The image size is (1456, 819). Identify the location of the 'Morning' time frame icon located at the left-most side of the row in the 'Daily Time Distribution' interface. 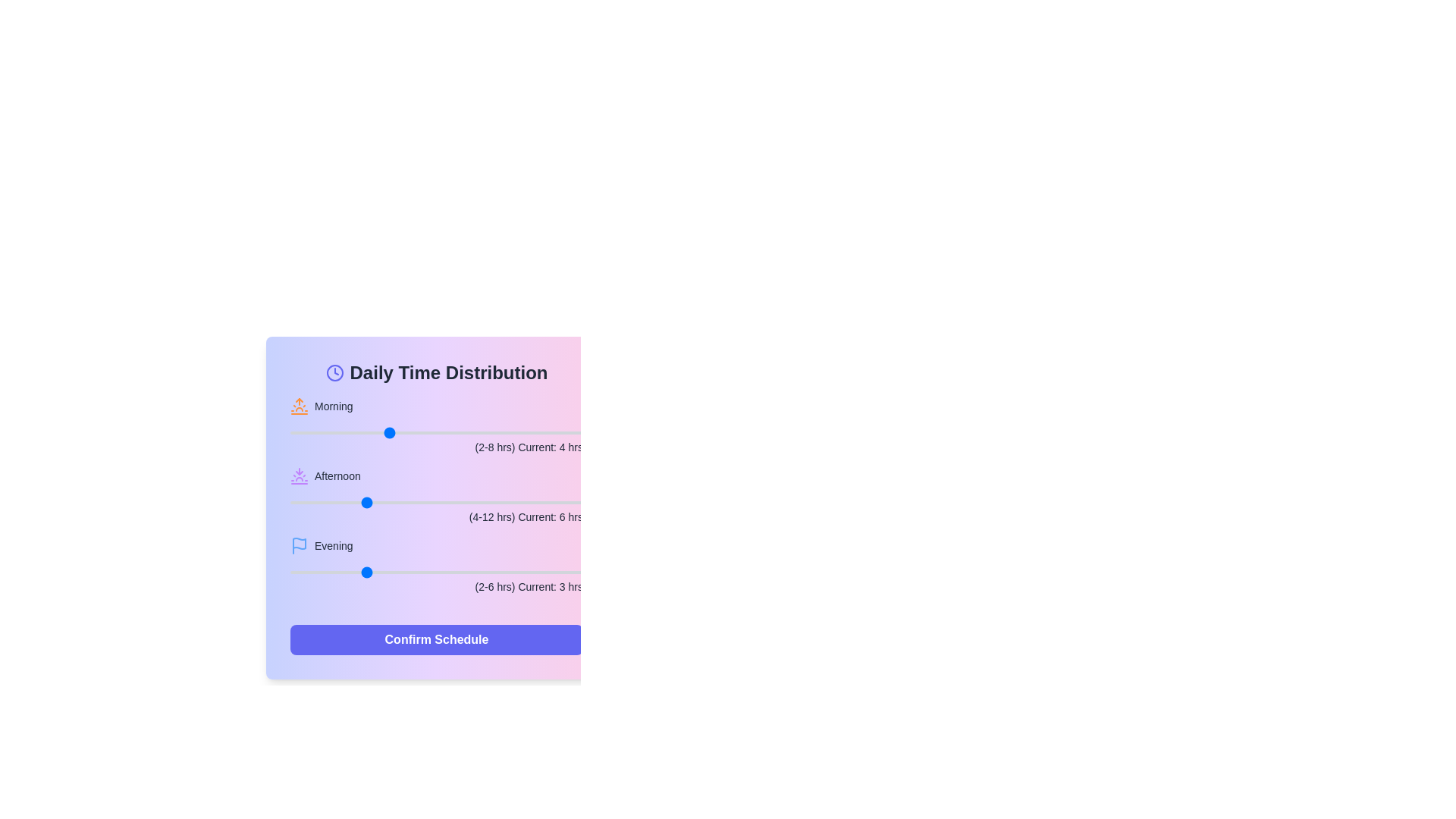
(299, 406).